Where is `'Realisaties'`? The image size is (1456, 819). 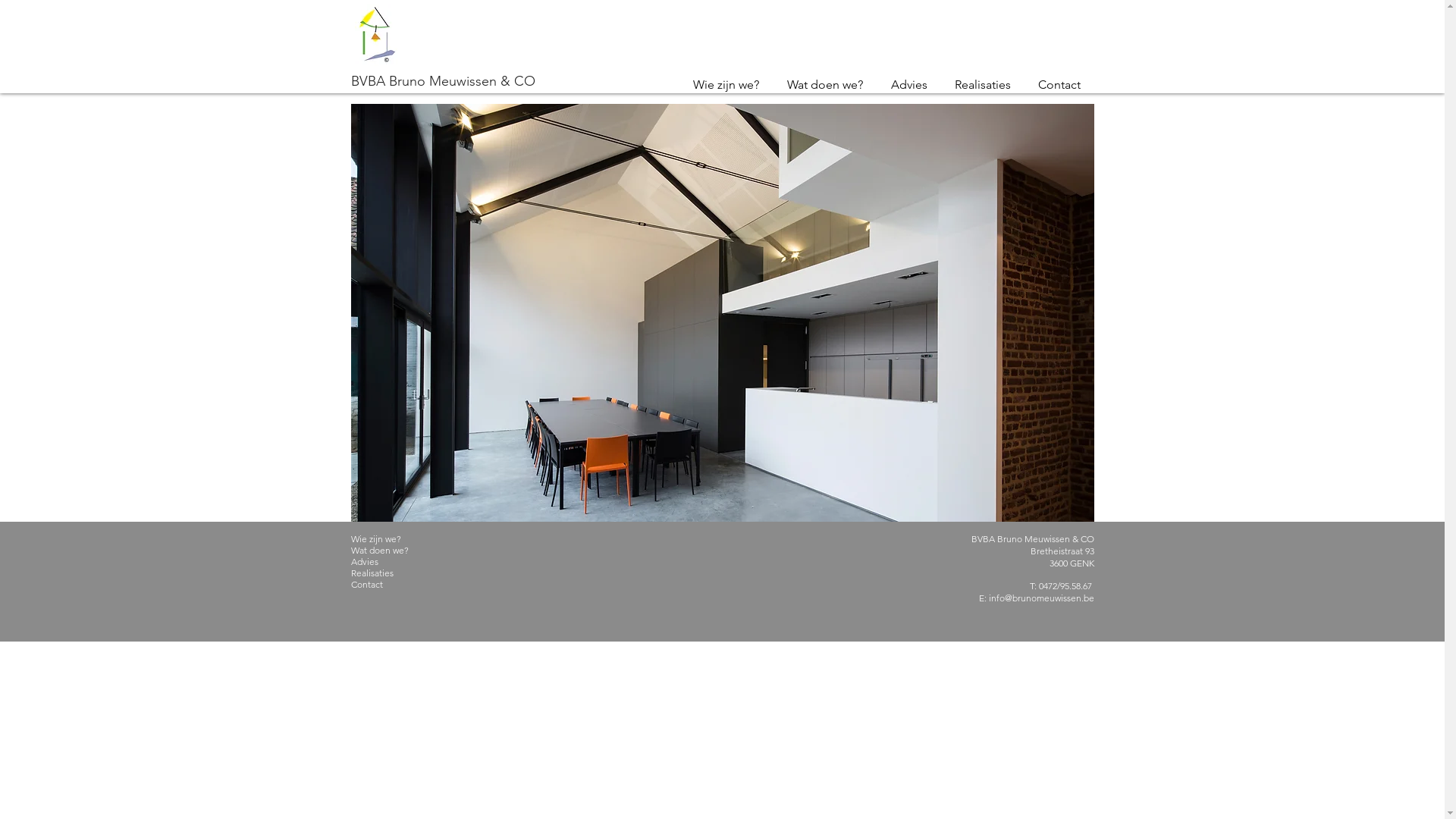
'Realisaties' is located at coordinates (982, 84).